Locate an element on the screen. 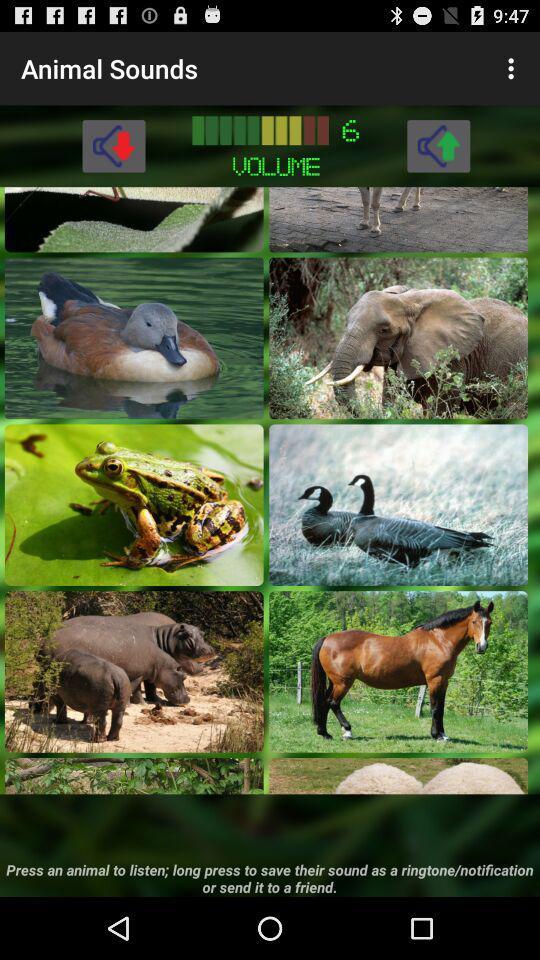 This screenshot has height=960, width=540. volume down is located at coordinates (113, 144).